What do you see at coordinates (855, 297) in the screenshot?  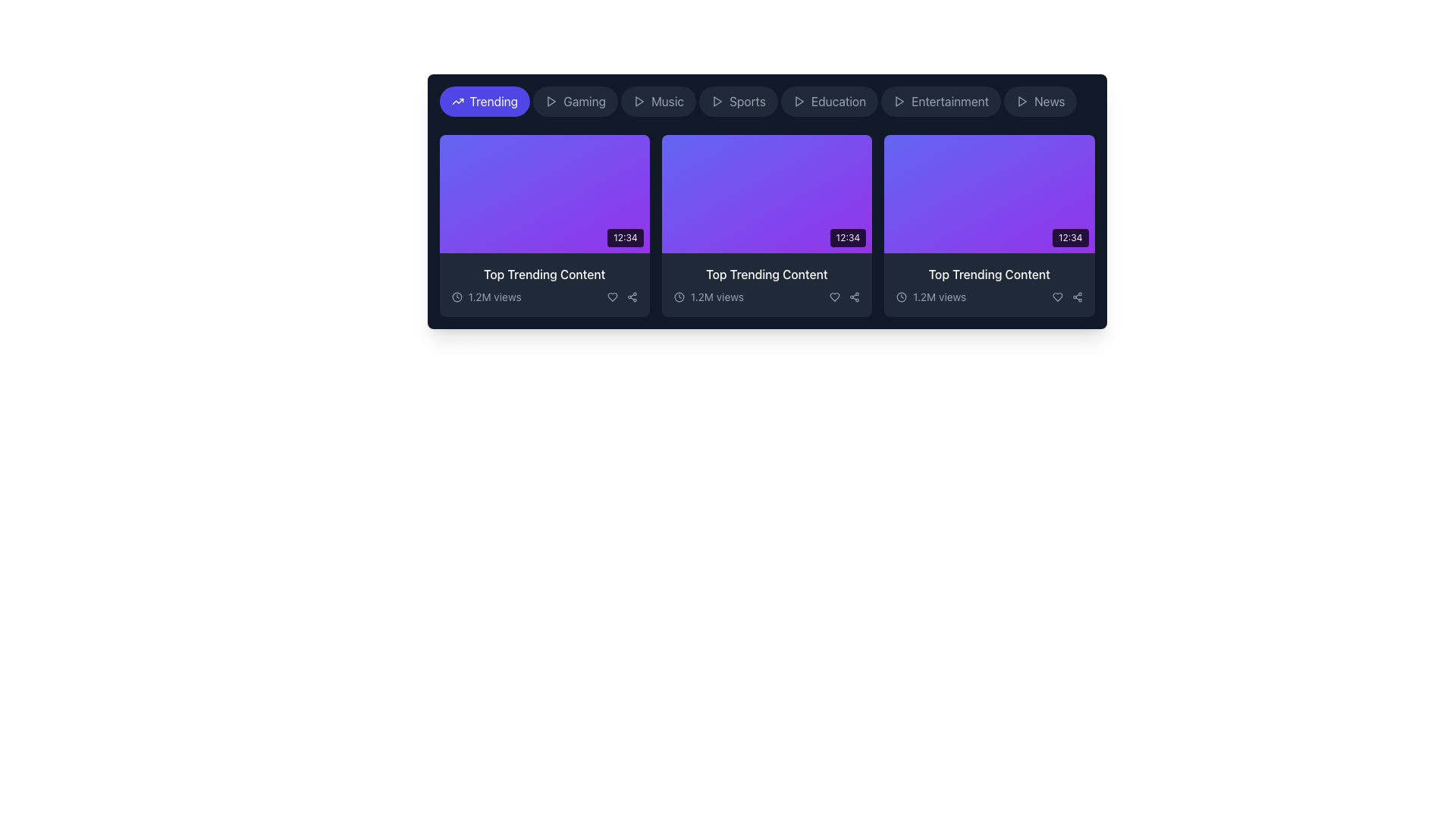 I see `the share icon button, which is the last icon in the horizontal arrangement of buttons located below the video thumbnail of the third trending content card, to initiate sharing` at bounding box center [855, 297].